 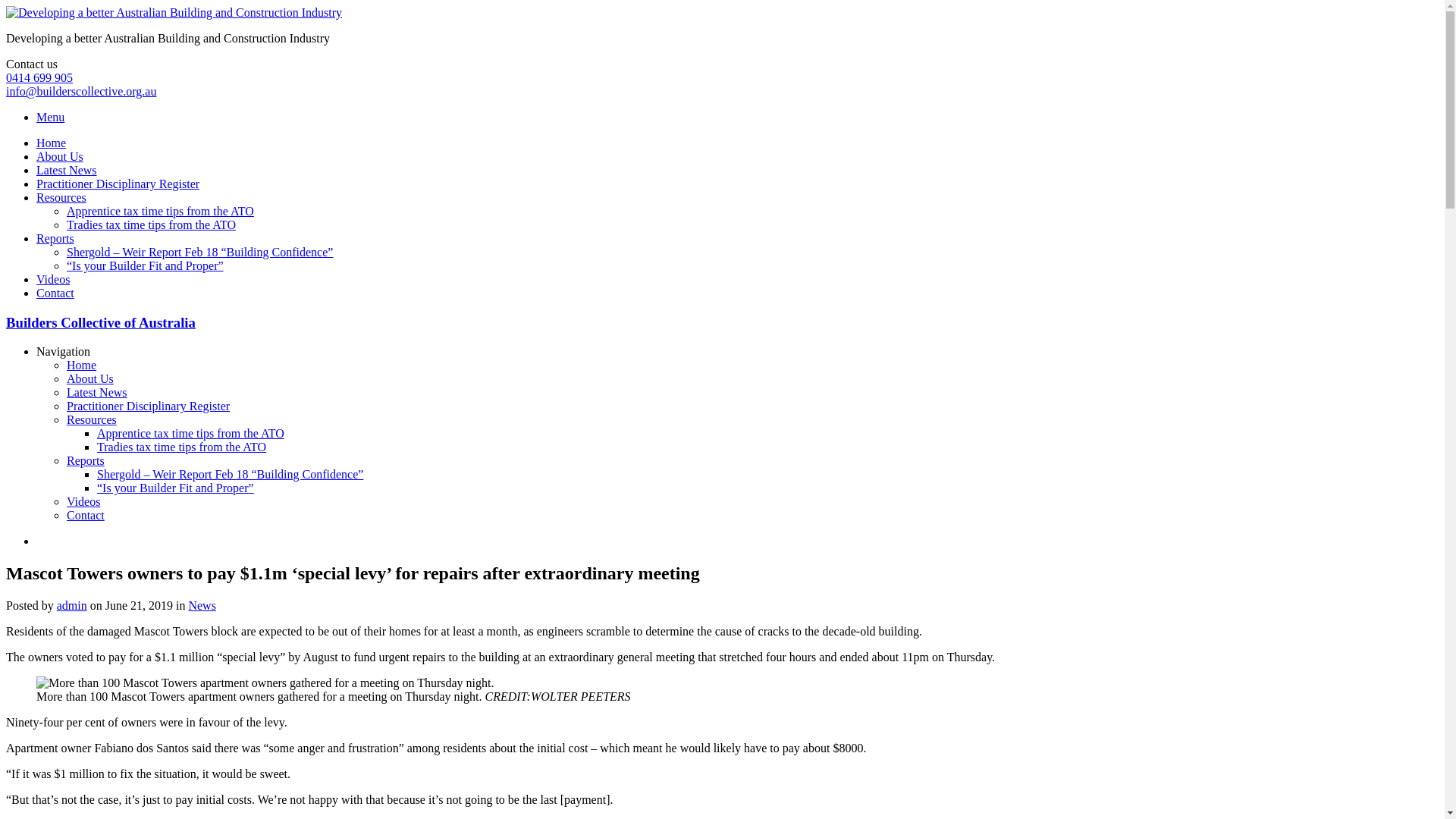 What do you see at coordinates (36, 196) in the screenshot?
I see `'Resources'` at bounding box center [36, 196].